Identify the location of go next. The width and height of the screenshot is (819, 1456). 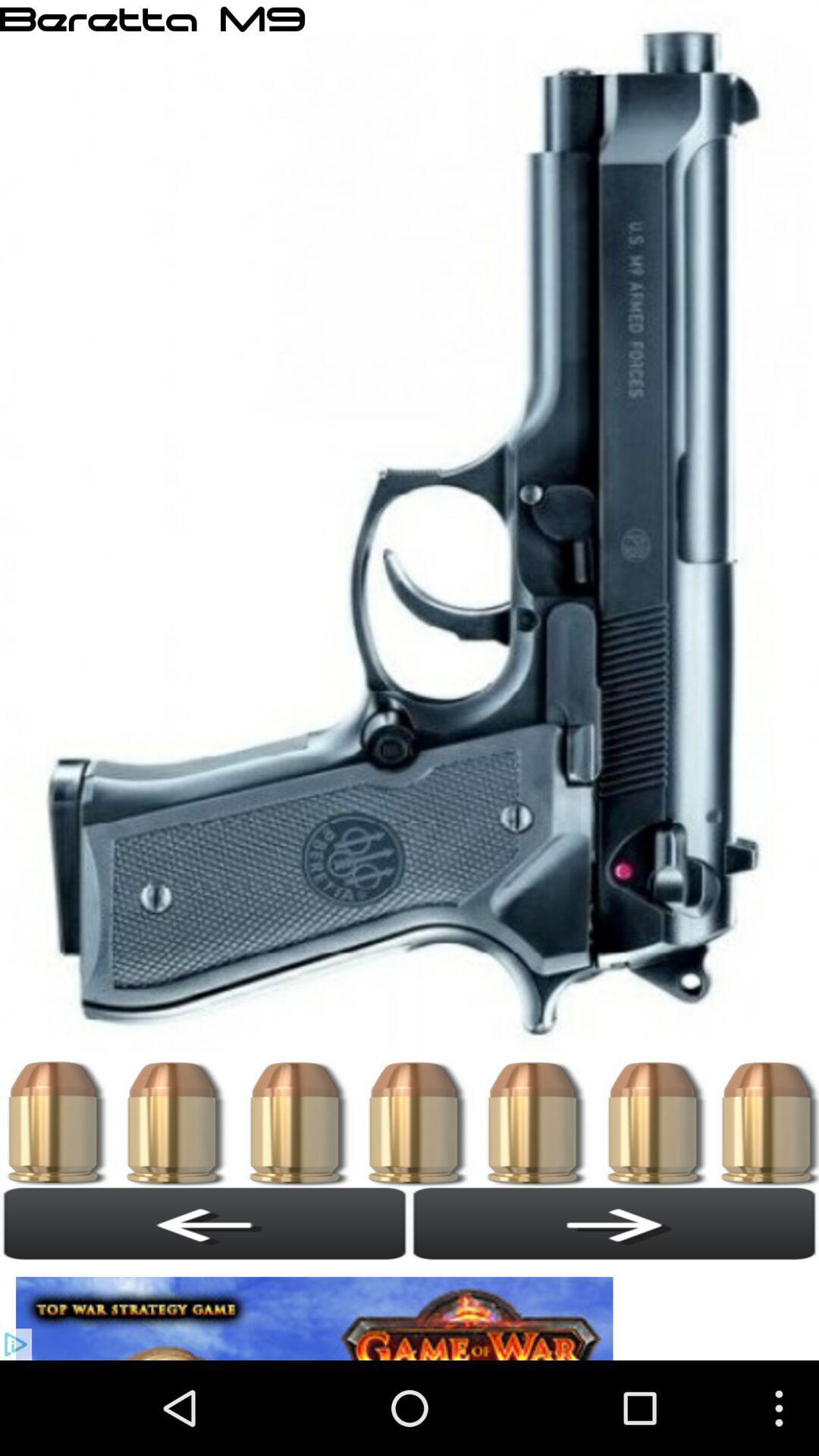
(614, 1223).